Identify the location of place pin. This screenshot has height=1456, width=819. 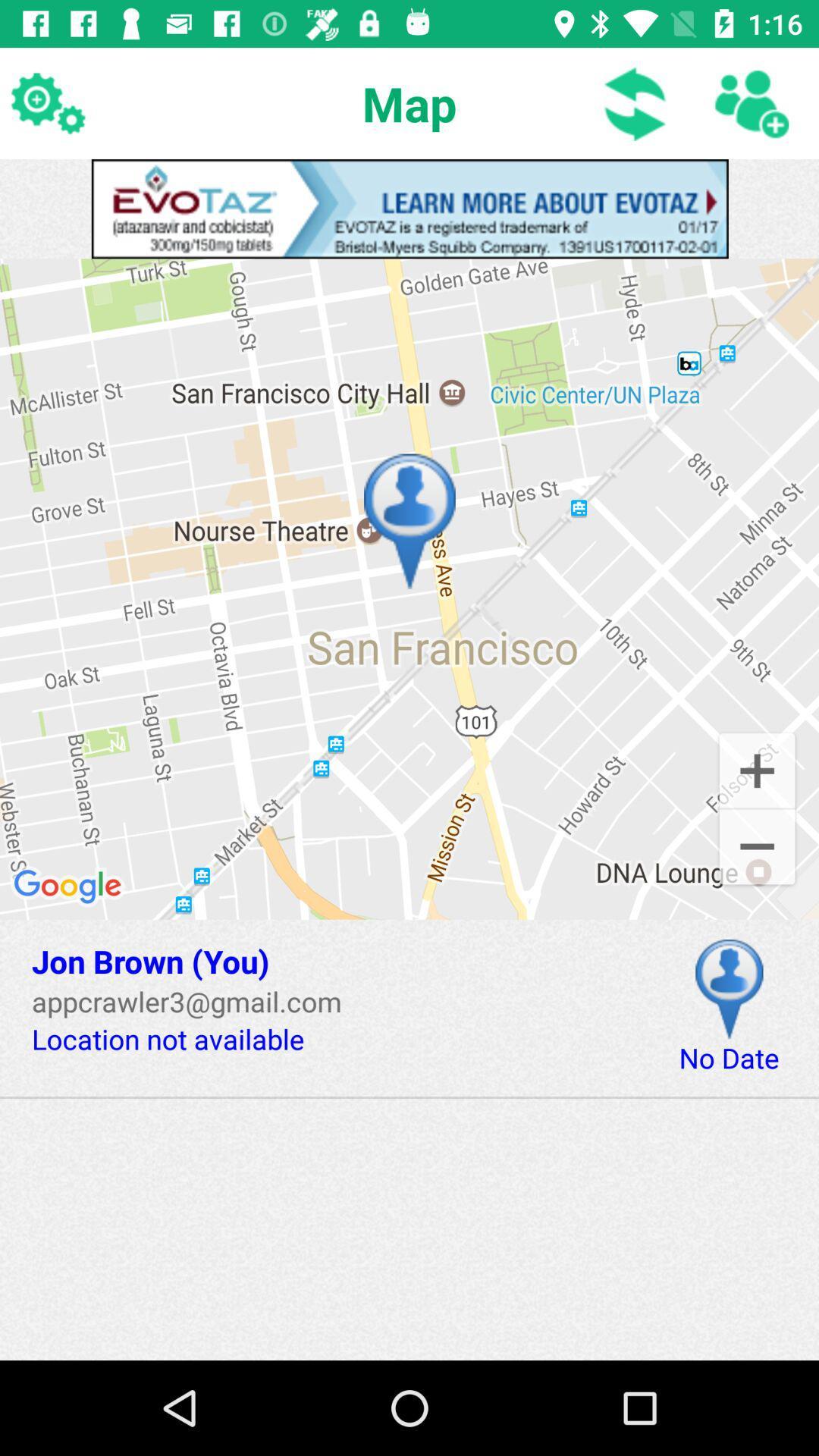
(728, 989).